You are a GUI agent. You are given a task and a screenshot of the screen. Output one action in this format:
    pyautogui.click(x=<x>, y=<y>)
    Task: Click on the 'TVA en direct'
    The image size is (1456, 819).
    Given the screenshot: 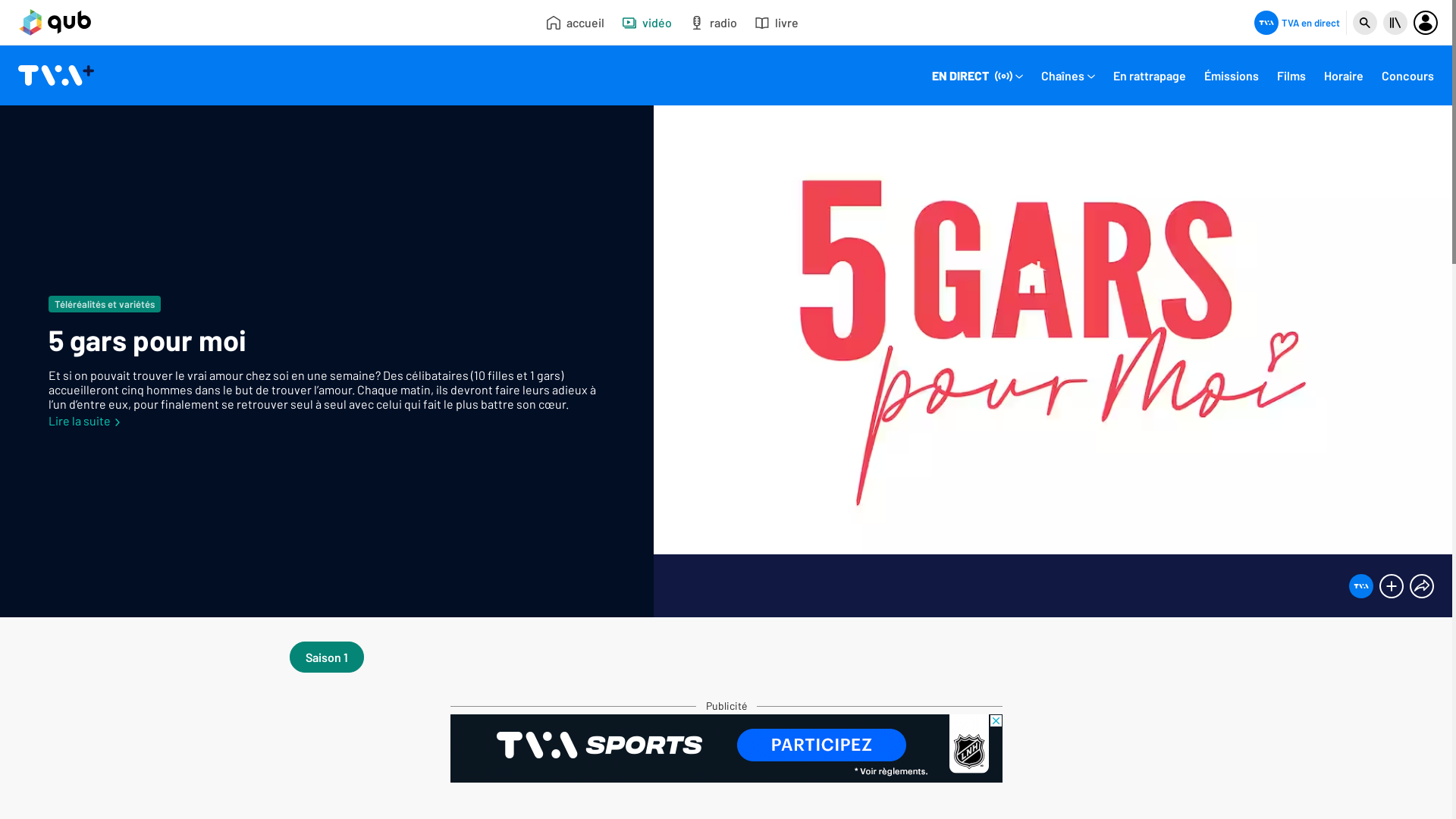 What is the action you would take?
    pyautogui.click(x=1296, y=23)
    